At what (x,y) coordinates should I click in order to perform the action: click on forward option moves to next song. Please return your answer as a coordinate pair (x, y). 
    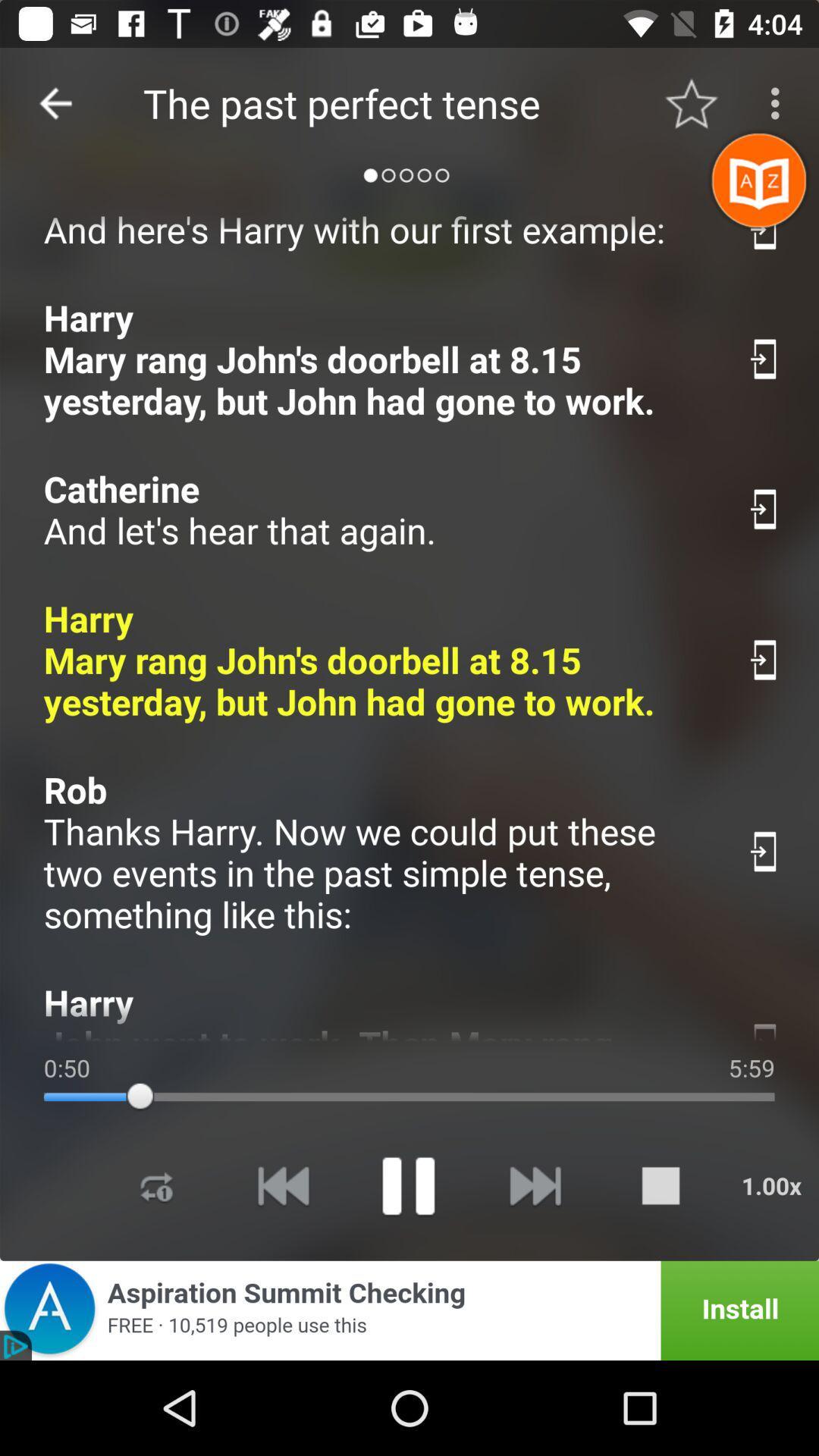
    Looking at the image, I should click on (534, 1185).